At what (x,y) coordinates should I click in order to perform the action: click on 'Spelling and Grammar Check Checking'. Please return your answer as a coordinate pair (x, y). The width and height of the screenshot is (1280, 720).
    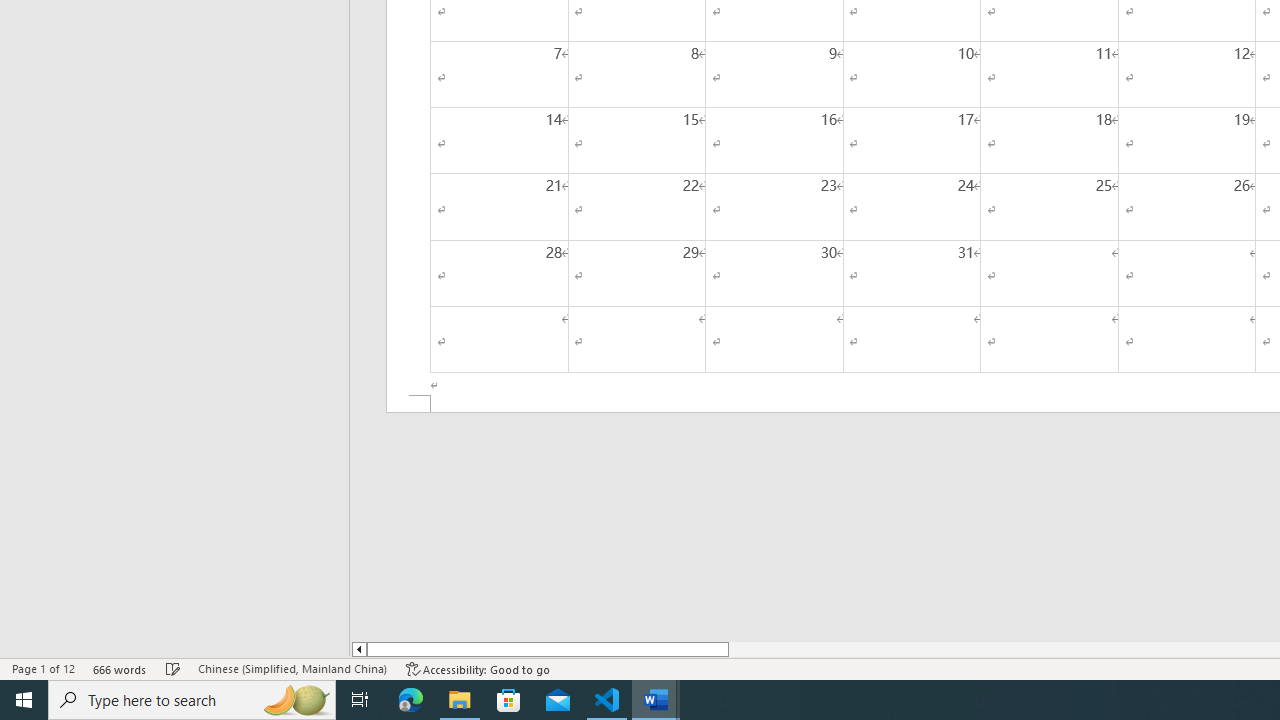
    Looking at the image, I should click on (173, 669).